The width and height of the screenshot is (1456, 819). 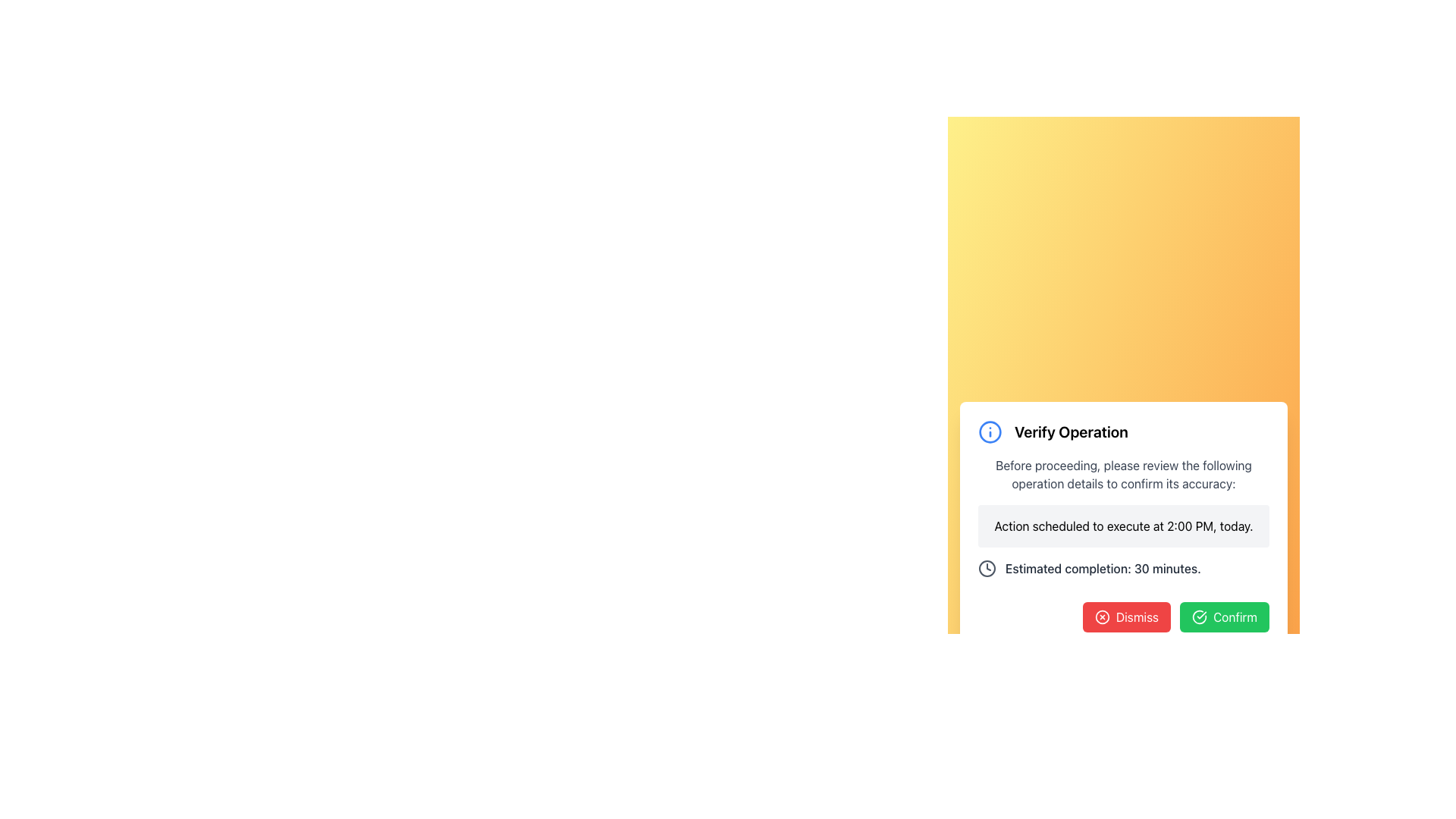 What do you see at coordinates (1199, 617) in the screenshot?
I see `the circular green checkmark icon located to the left of the 'Confirm' text within the confirmation button at the bottom-right of the dialog box` at bounding box center [1199, 617].